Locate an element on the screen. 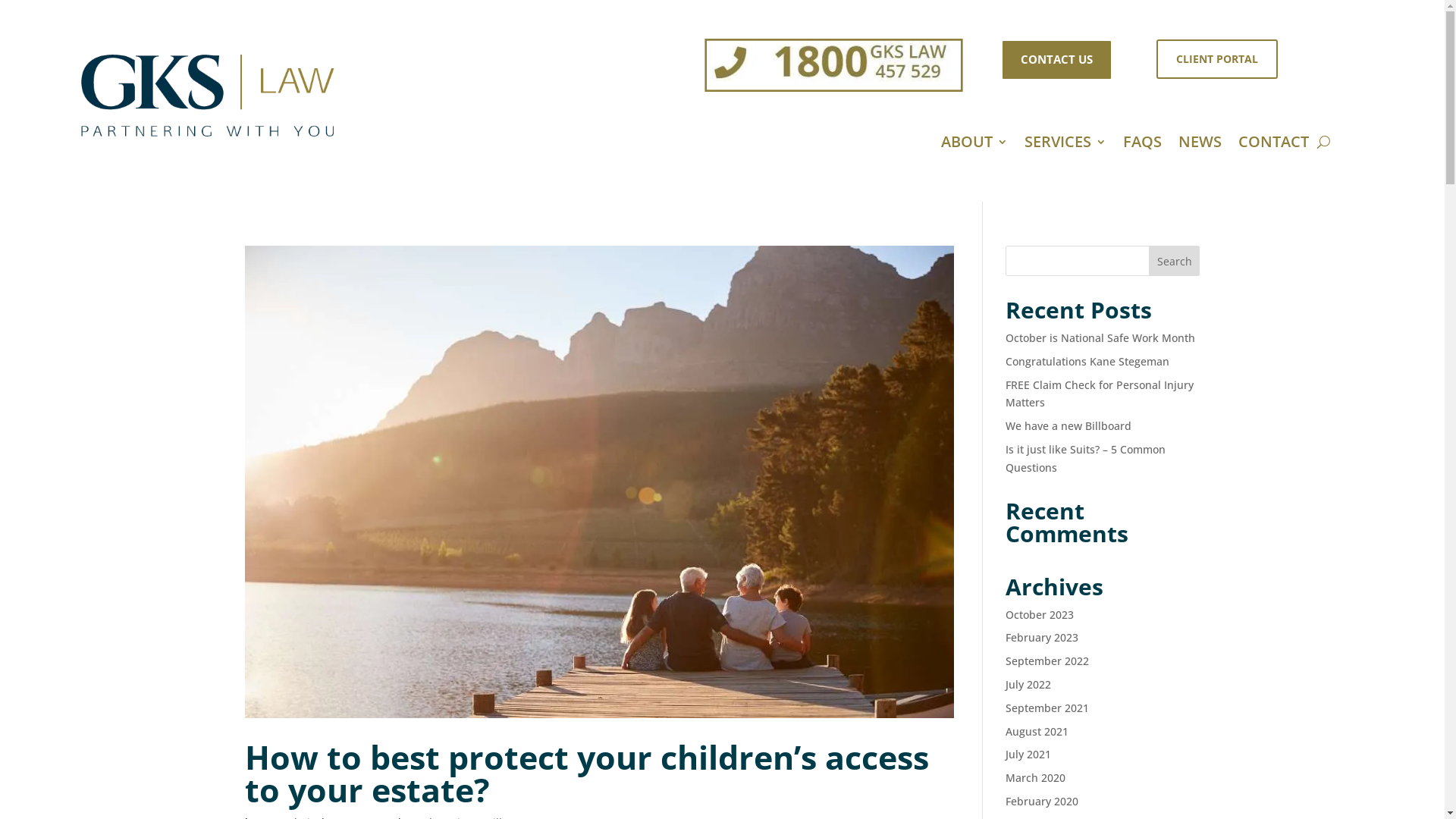 This screenshot has width=1456, height=819. 'July 2021' is located at coordinates (1028, 754).